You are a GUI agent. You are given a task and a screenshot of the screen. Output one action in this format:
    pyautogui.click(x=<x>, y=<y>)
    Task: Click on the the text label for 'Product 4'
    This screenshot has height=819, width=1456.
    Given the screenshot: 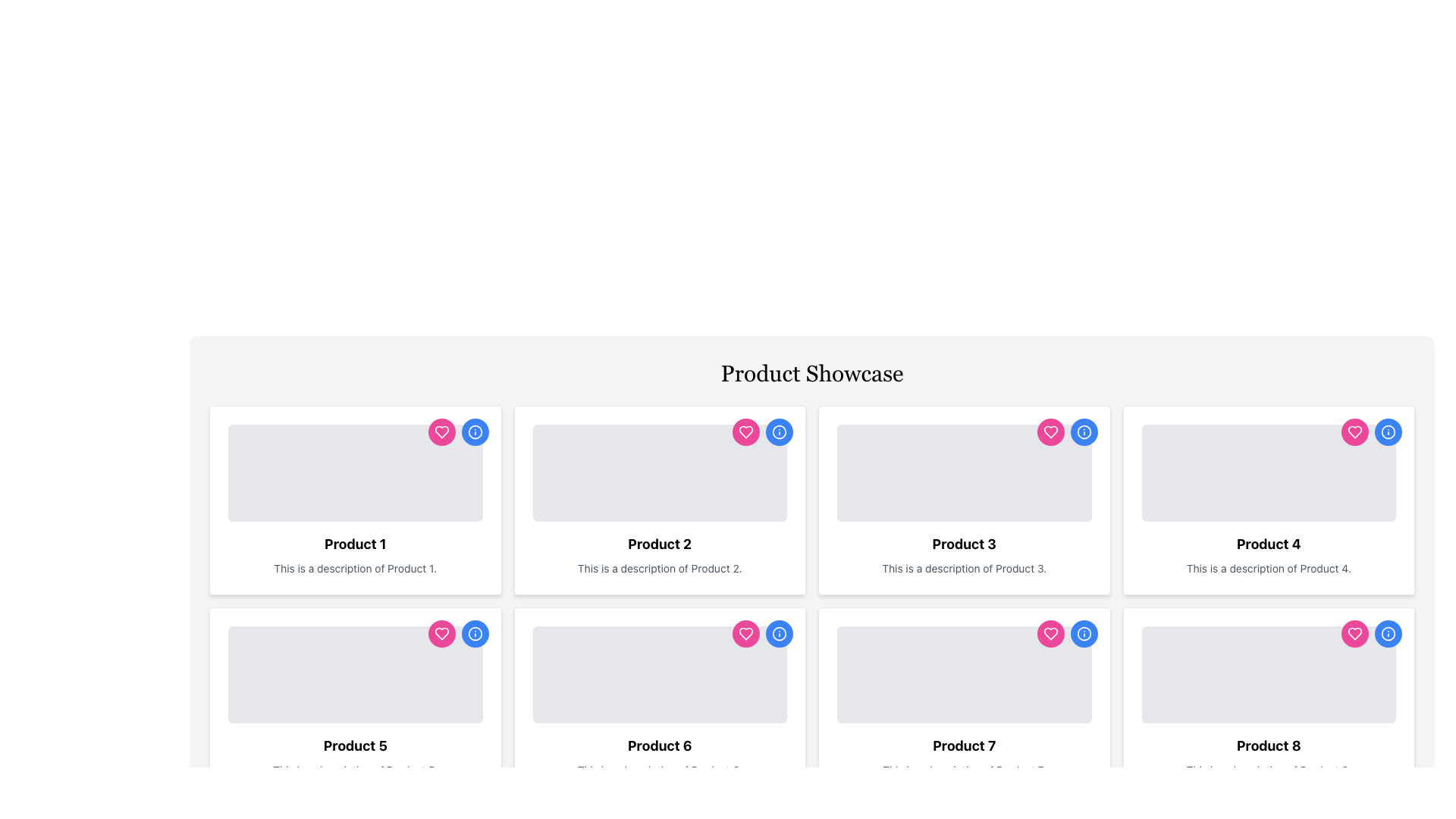 What is the action you would take?
    pyautogui.click(x=1269, y=543)
    